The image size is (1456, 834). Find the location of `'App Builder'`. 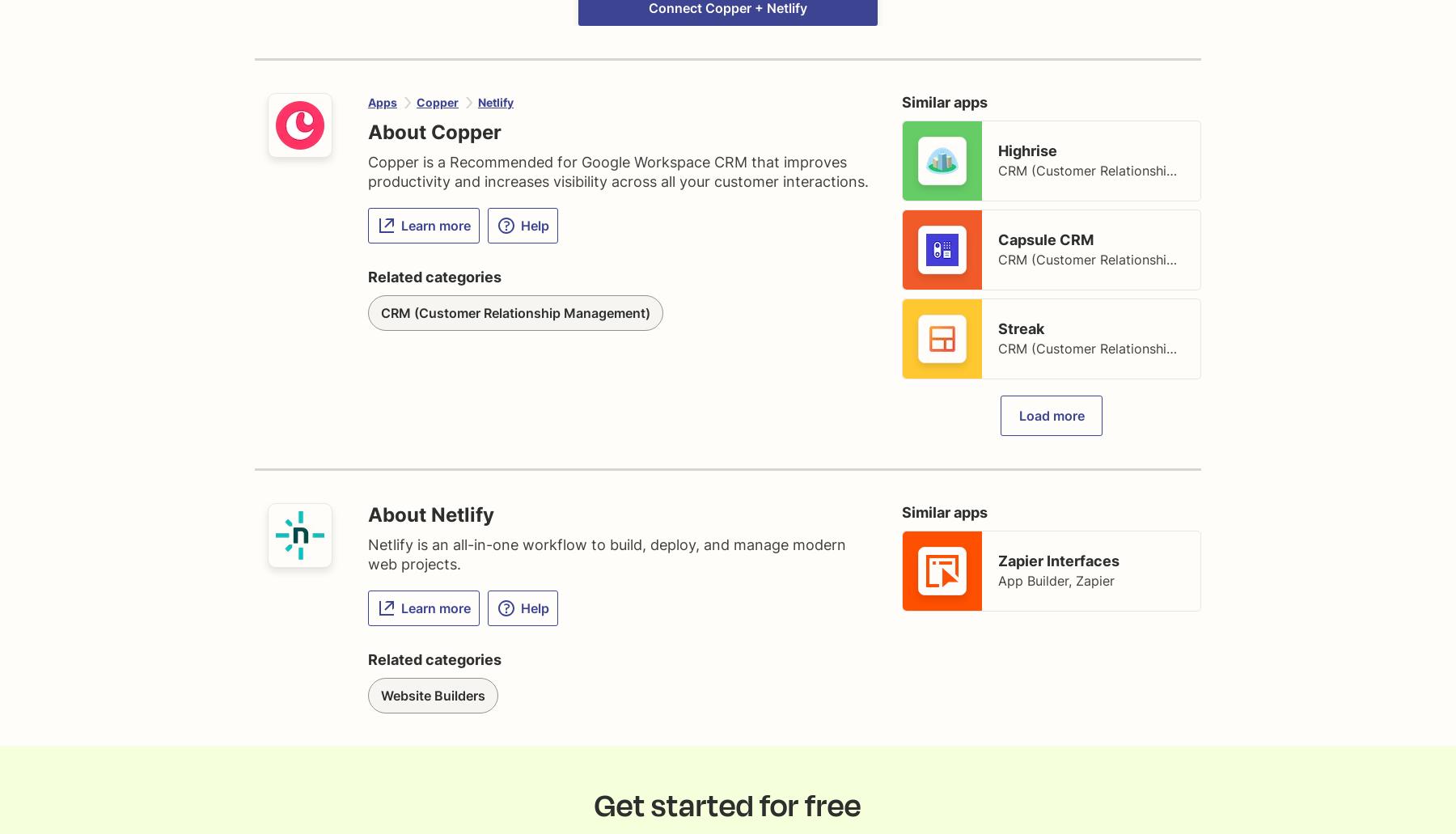

'App Builder' is located at coordinates (1033, 580).